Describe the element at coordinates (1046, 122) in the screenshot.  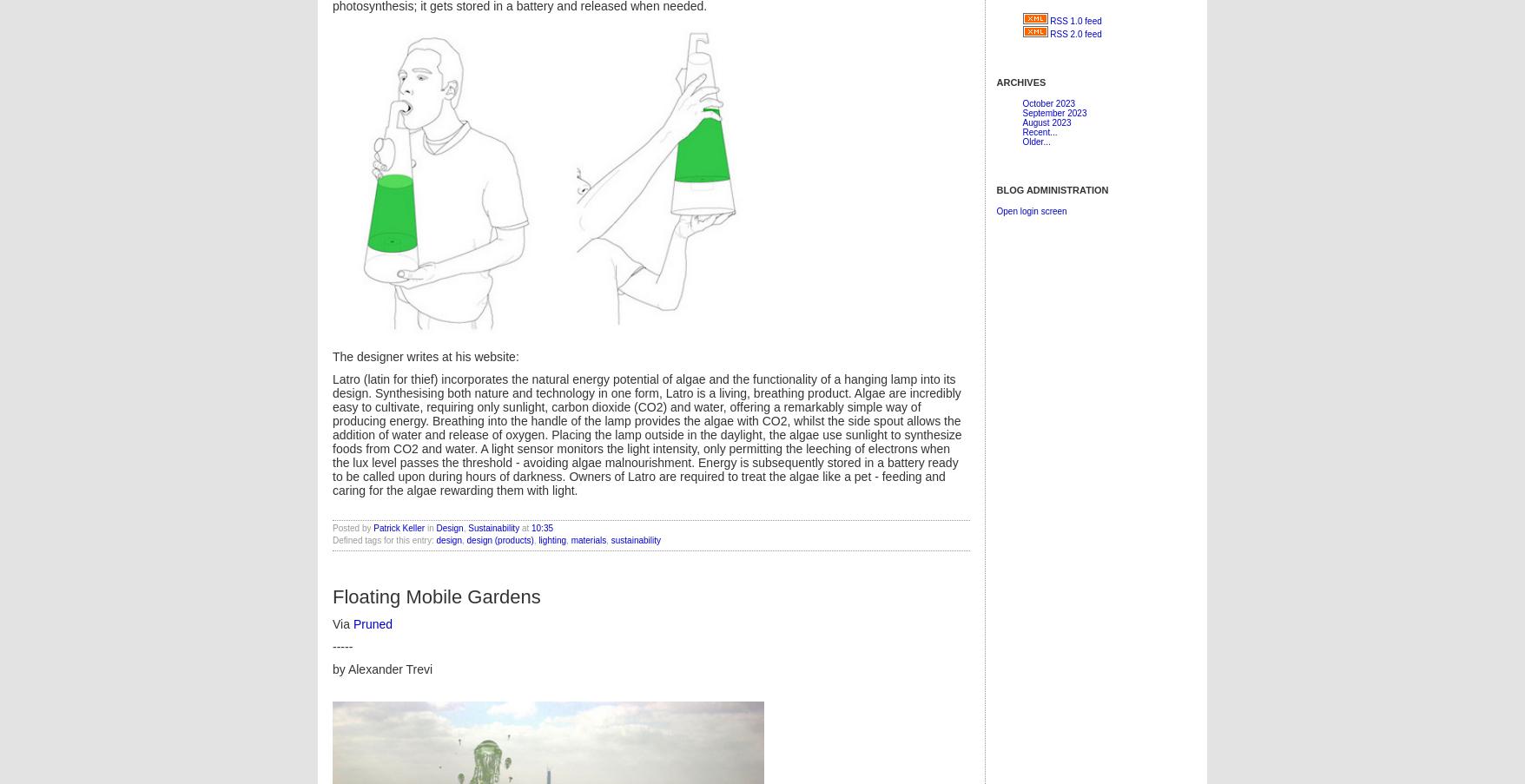
I see `'August 2023'` at that location.